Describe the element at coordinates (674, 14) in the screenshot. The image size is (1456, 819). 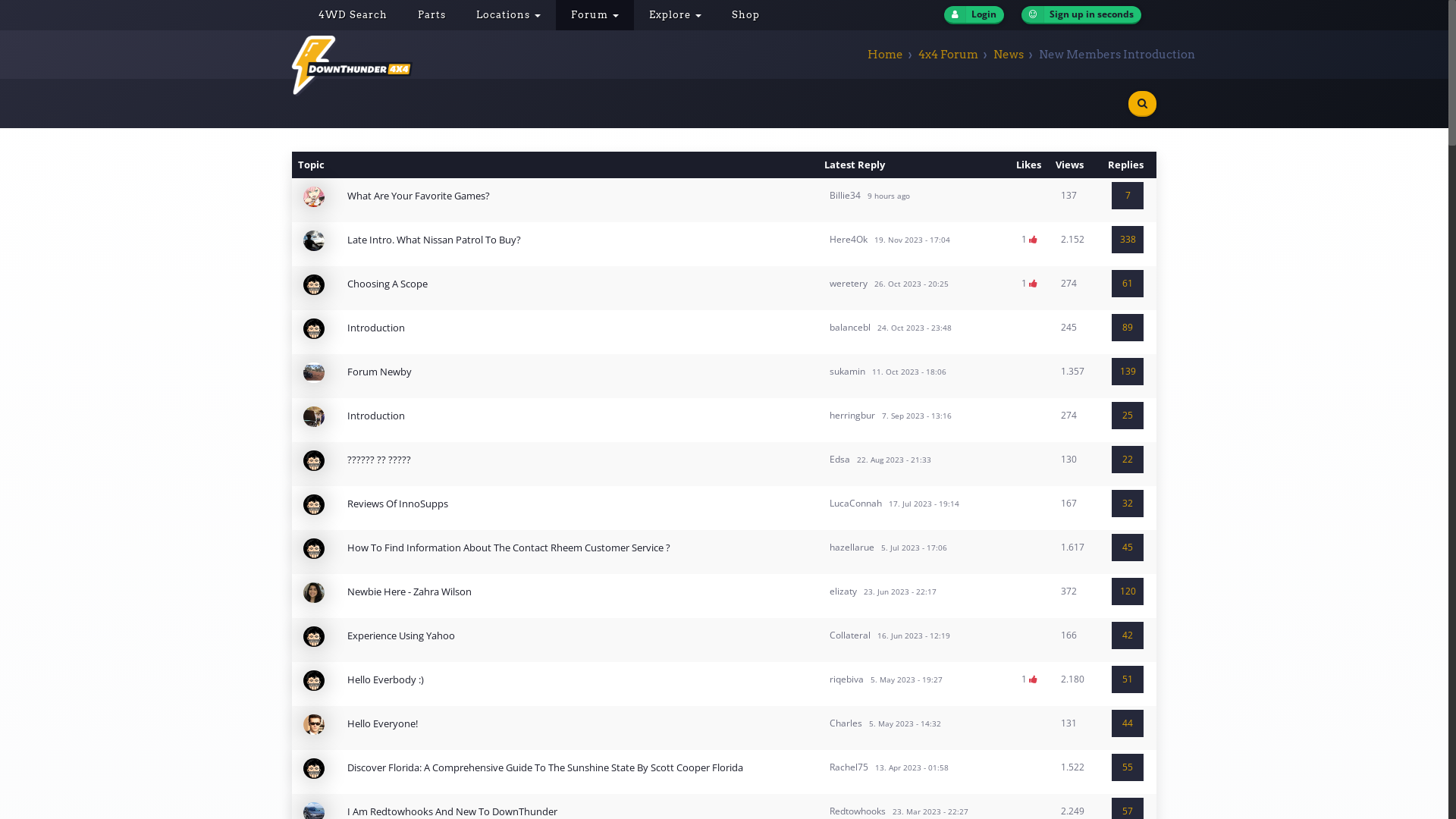
I see `'Explore'` at that location.